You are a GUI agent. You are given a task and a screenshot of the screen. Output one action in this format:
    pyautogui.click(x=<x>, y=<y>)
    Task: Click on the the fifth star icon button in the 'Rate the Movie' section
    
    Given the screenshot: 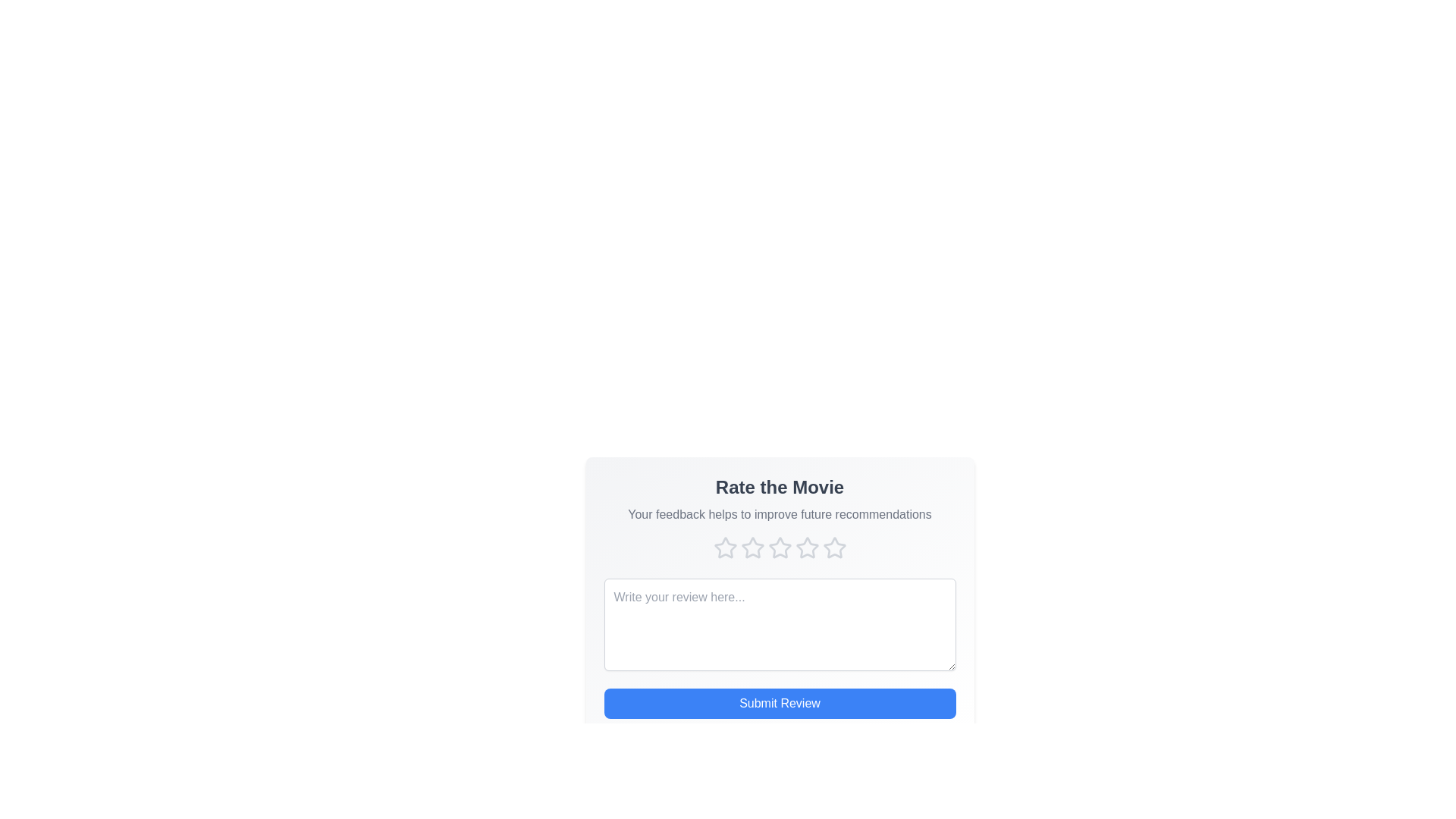 What is the action you would take?
    pyautogui.click(x=833, y=548)
    